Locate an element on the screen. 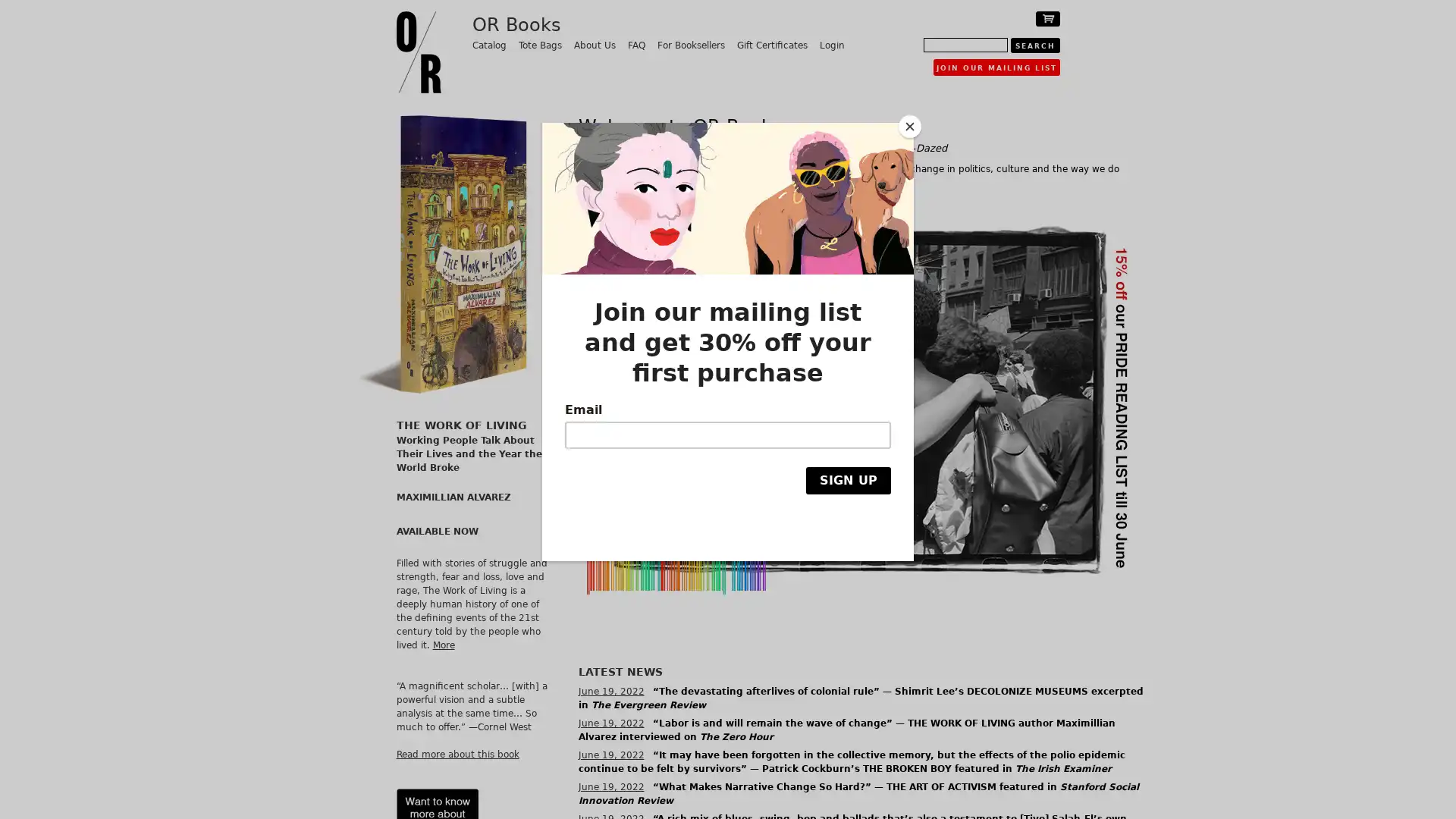  SEARCH is located at coordinates (1034, 45).